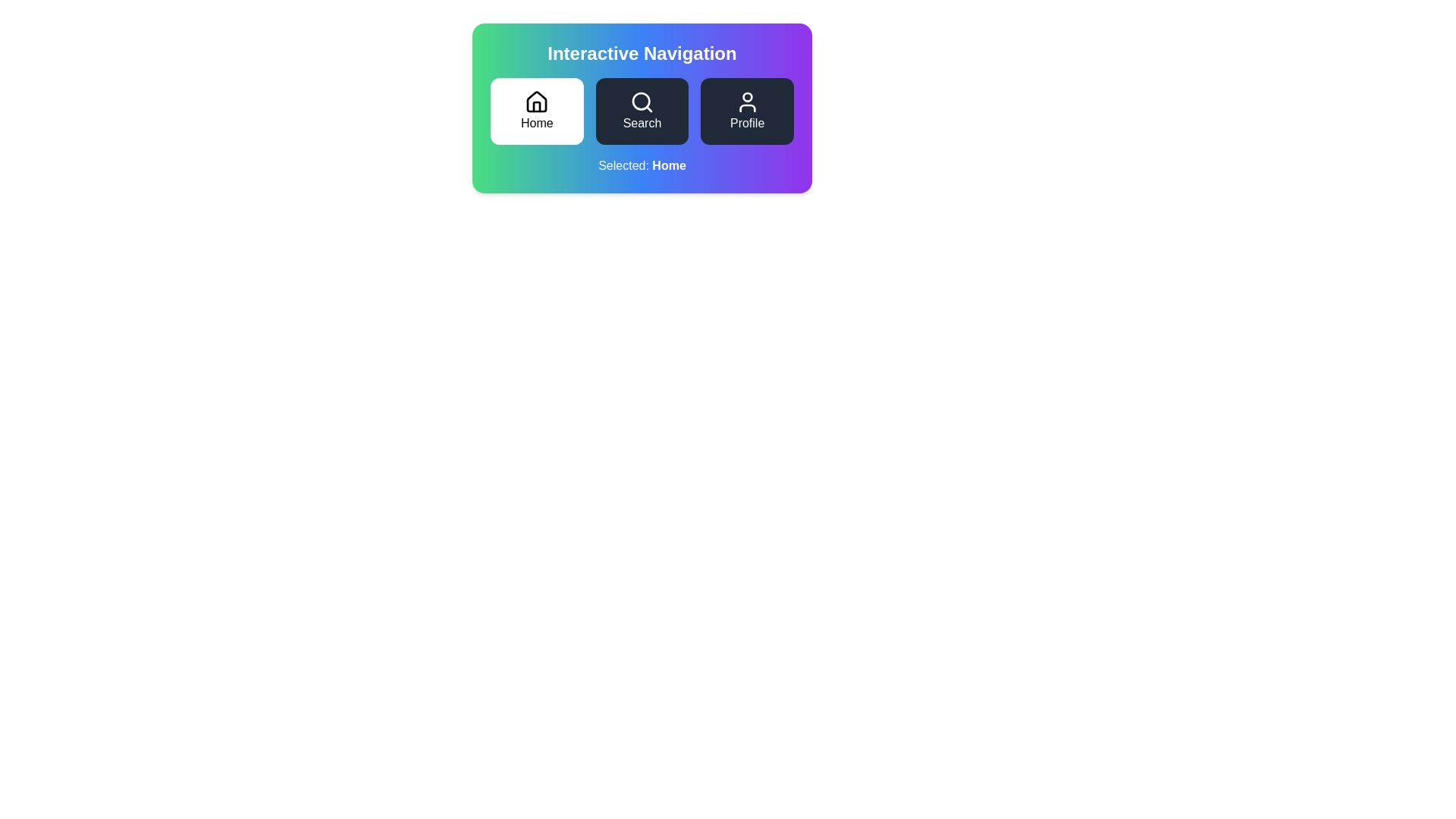 This screenshot has height=819, width=1456. What do you see at coordinates (668, 165) in the screenshot?
I see `the Text Label that indicates the currently selected navigation option, which displays 'Selected: Home'` at bounding box center [668, 165].